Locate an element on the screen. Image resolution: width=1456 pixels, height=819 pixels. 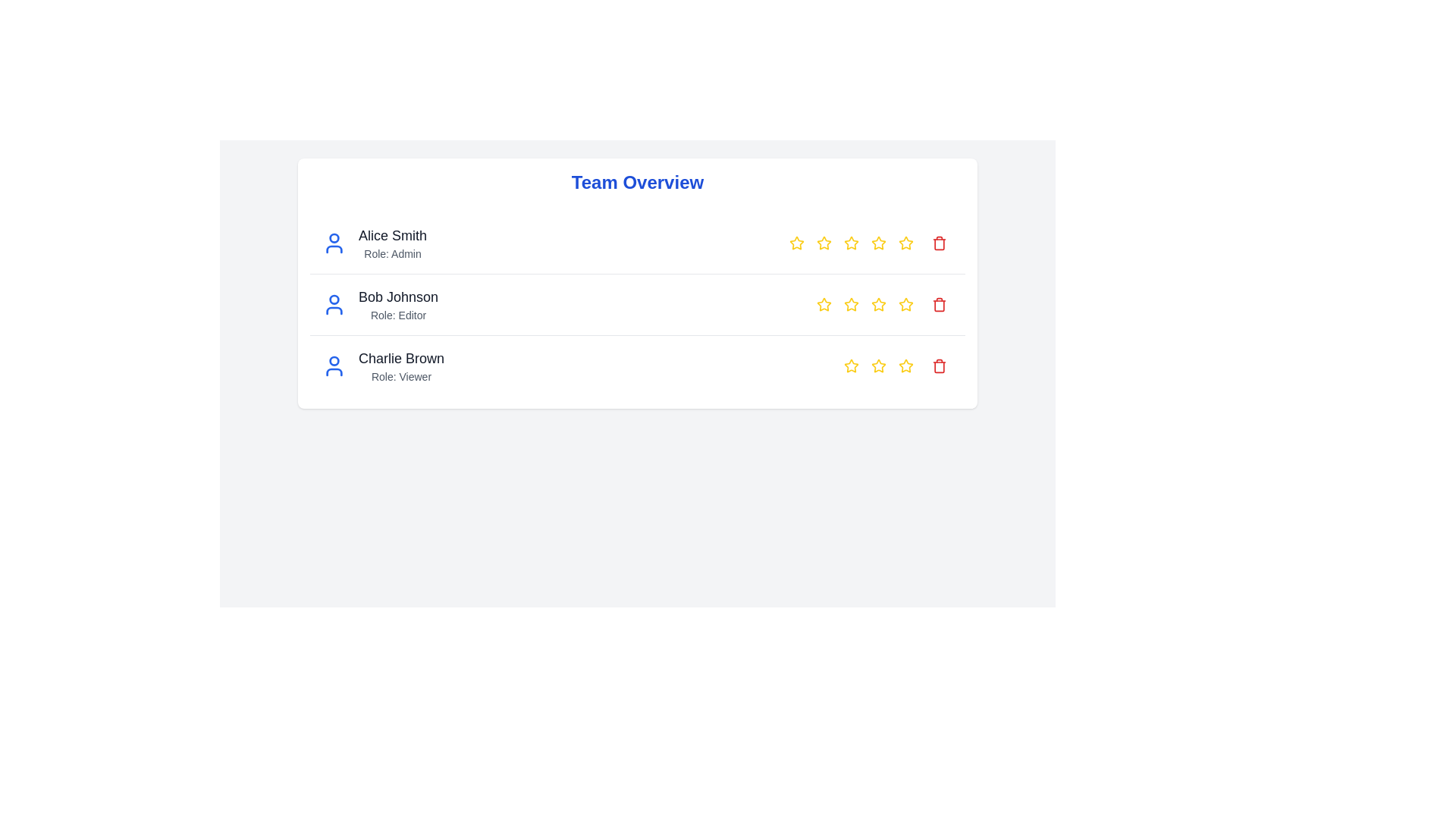
the informational text block displaying 'Charlie Brown' and 'Role: Viewer', which is located to the right of a blue user icon is located at coordinates (401, 366).